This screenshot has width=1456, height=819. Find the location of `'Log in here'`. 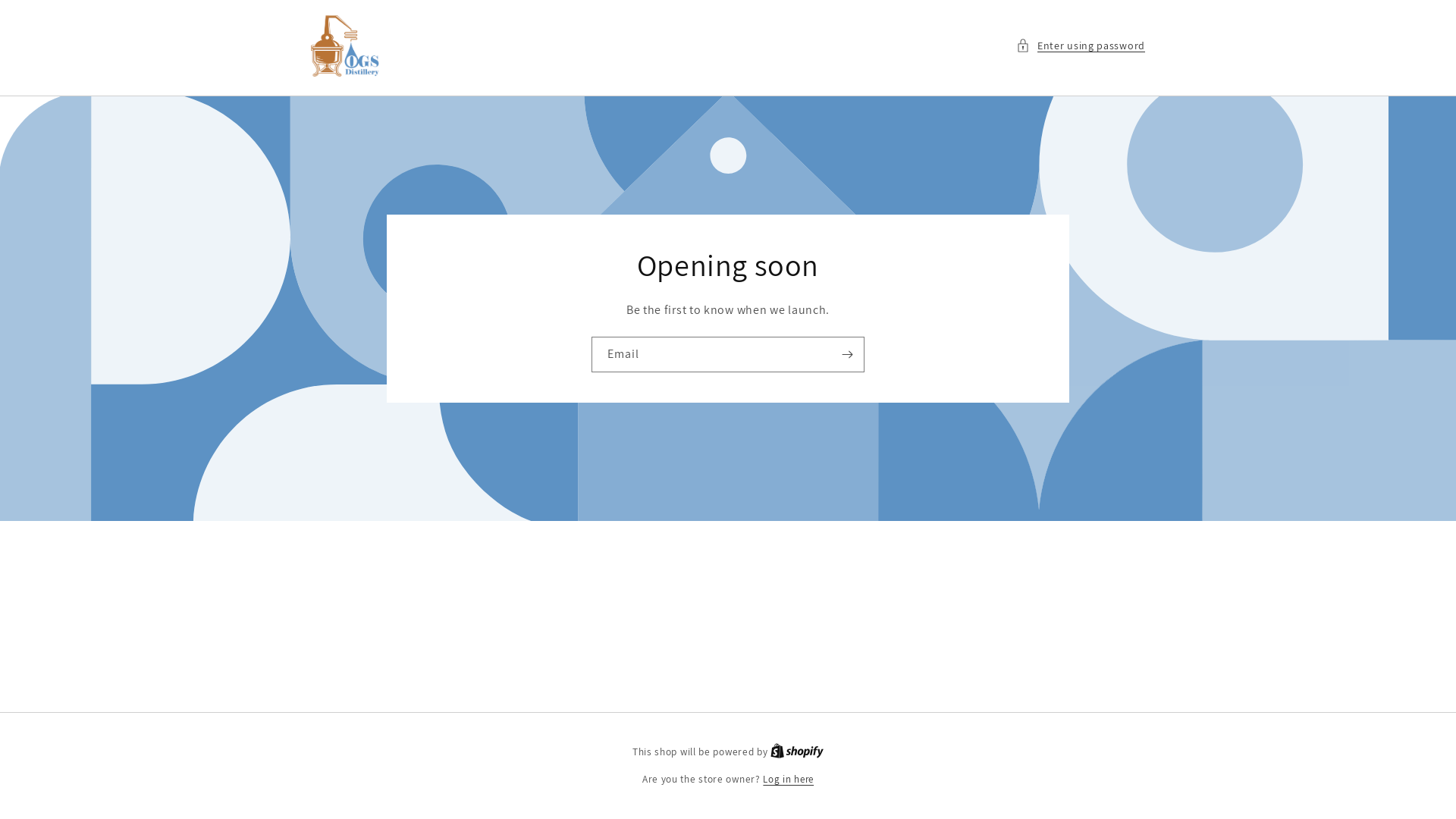

'Log in here' is located at coordinates (788, 780).